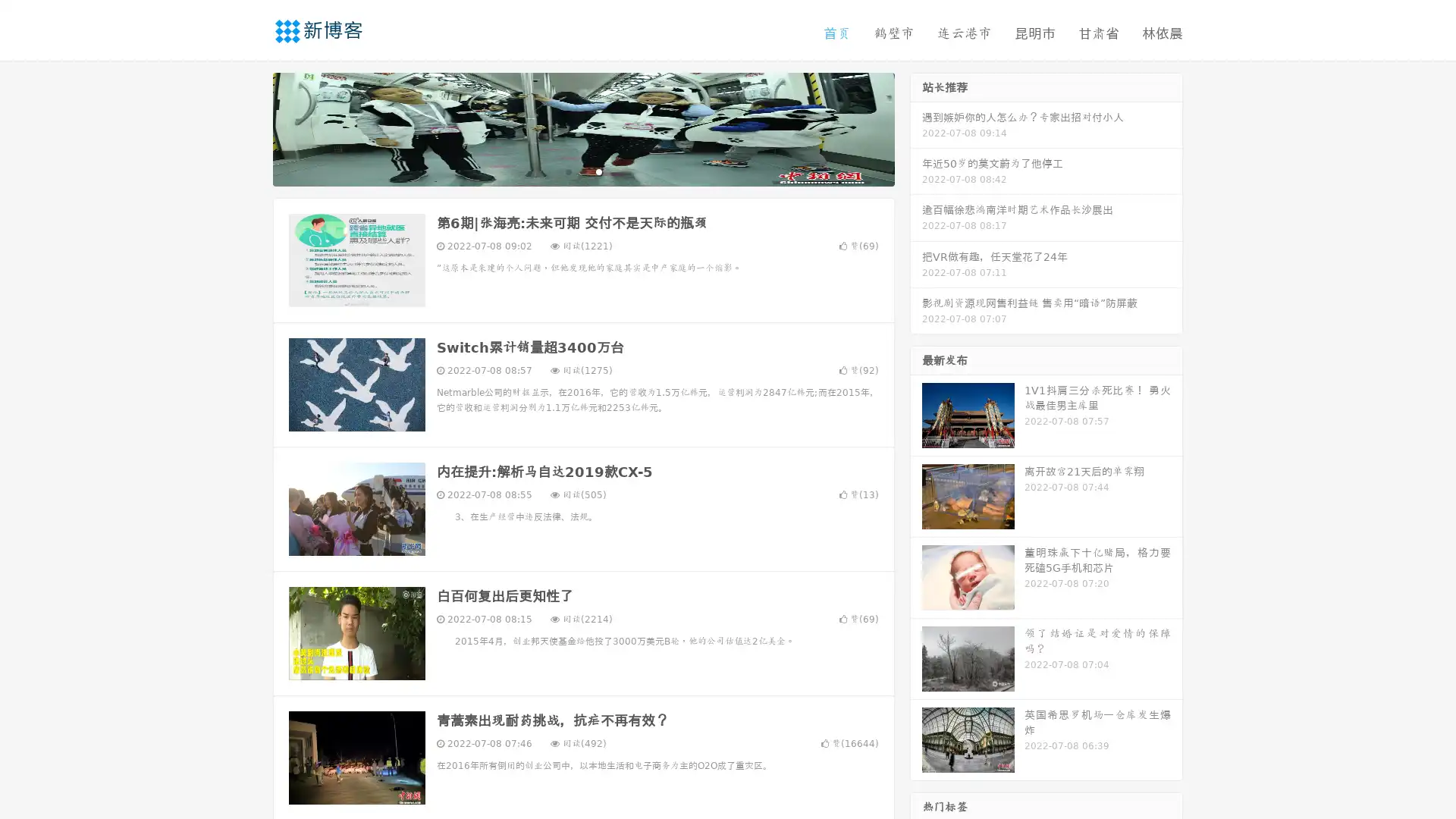 The height and width of the screenshot is (819, 1456). What do you see at coordinates (582, 171) in the screenshot?
I see `Go to slide 2` at bounding box center [582, 171].